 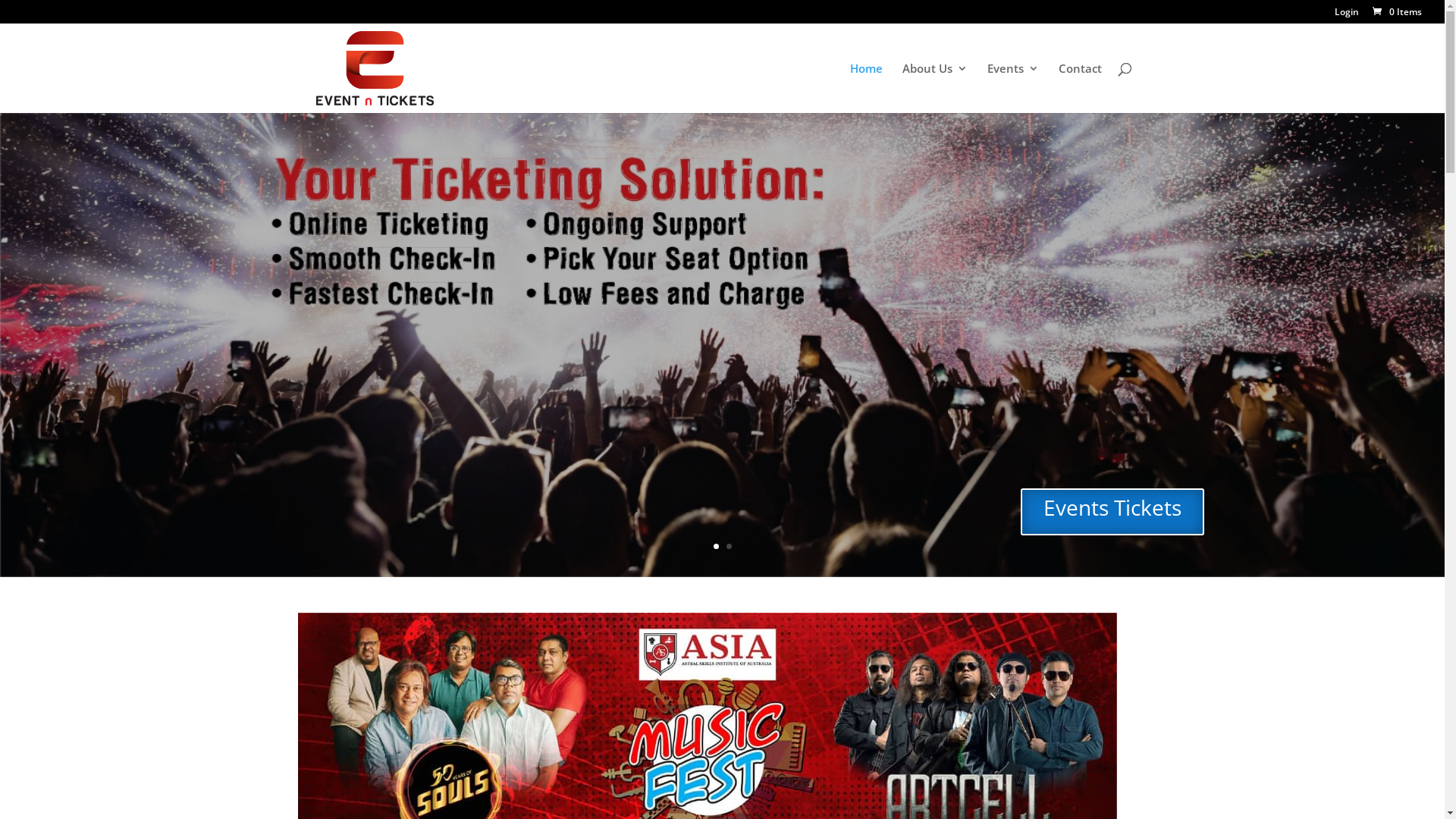 I want to click on 'Contact', so click(x=1079, y=87).